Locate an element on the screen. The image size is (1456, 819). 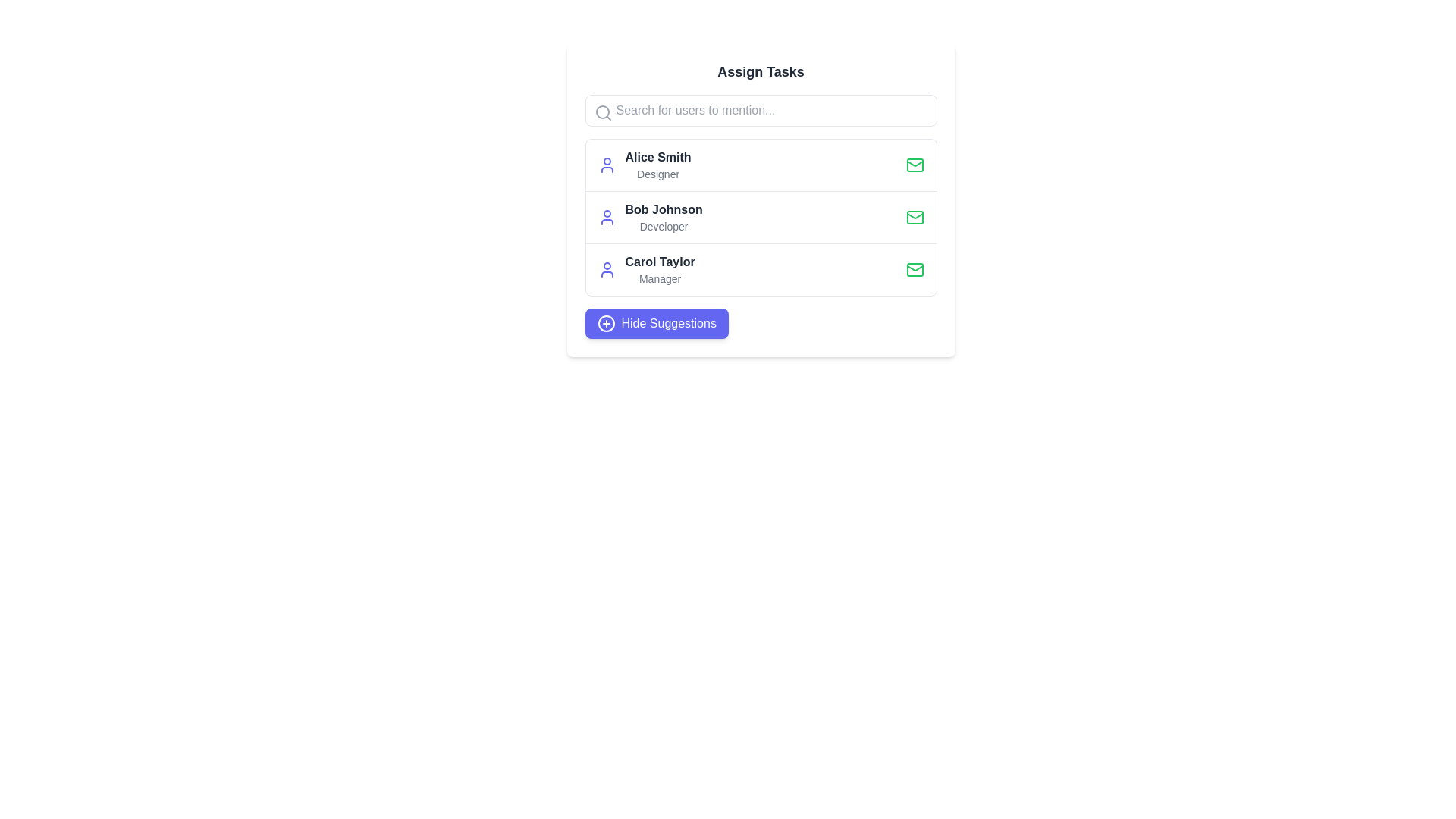
the prominent green envelope icon representing email or messaging, located to the right of Bob Johnson's user information in the 'Assign Tasks' section is located at coordinates (914, 216).